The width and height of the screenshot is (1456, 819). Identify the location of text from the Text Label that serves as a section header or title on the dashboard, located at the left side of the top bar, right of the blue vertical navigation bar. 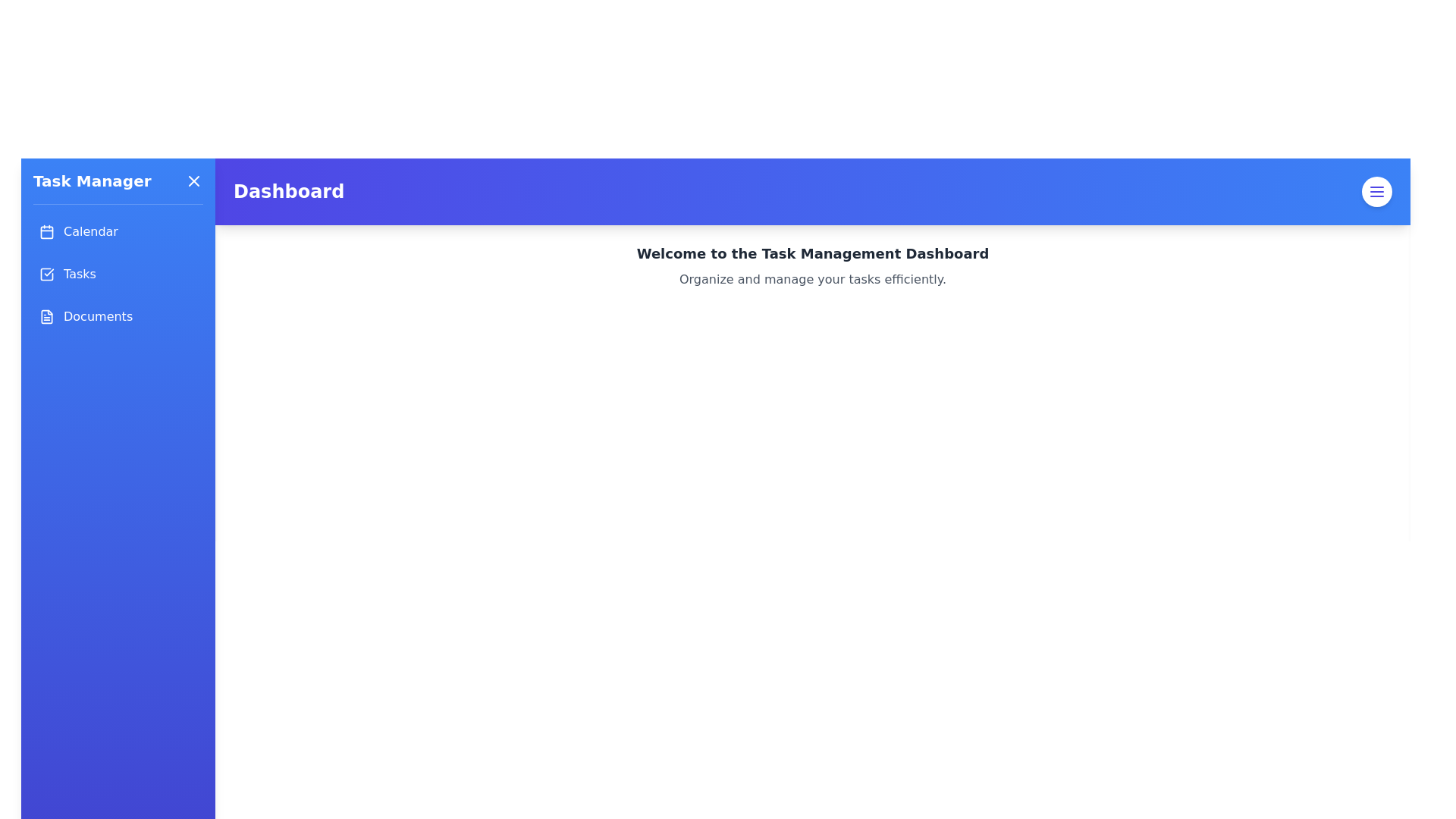
(289, 191).